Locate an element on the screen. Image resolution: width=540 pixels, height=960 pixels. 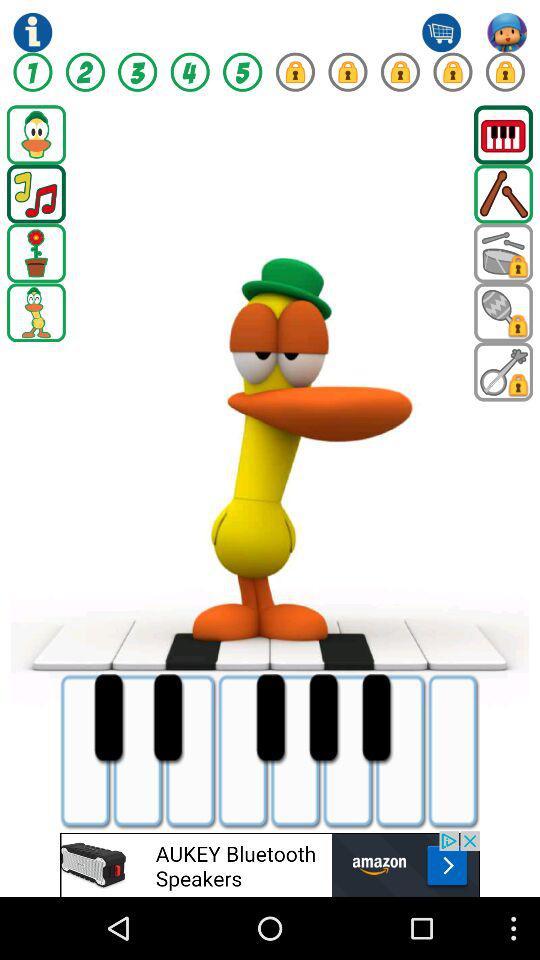
the lock icon is located at coordinates (504, 77).